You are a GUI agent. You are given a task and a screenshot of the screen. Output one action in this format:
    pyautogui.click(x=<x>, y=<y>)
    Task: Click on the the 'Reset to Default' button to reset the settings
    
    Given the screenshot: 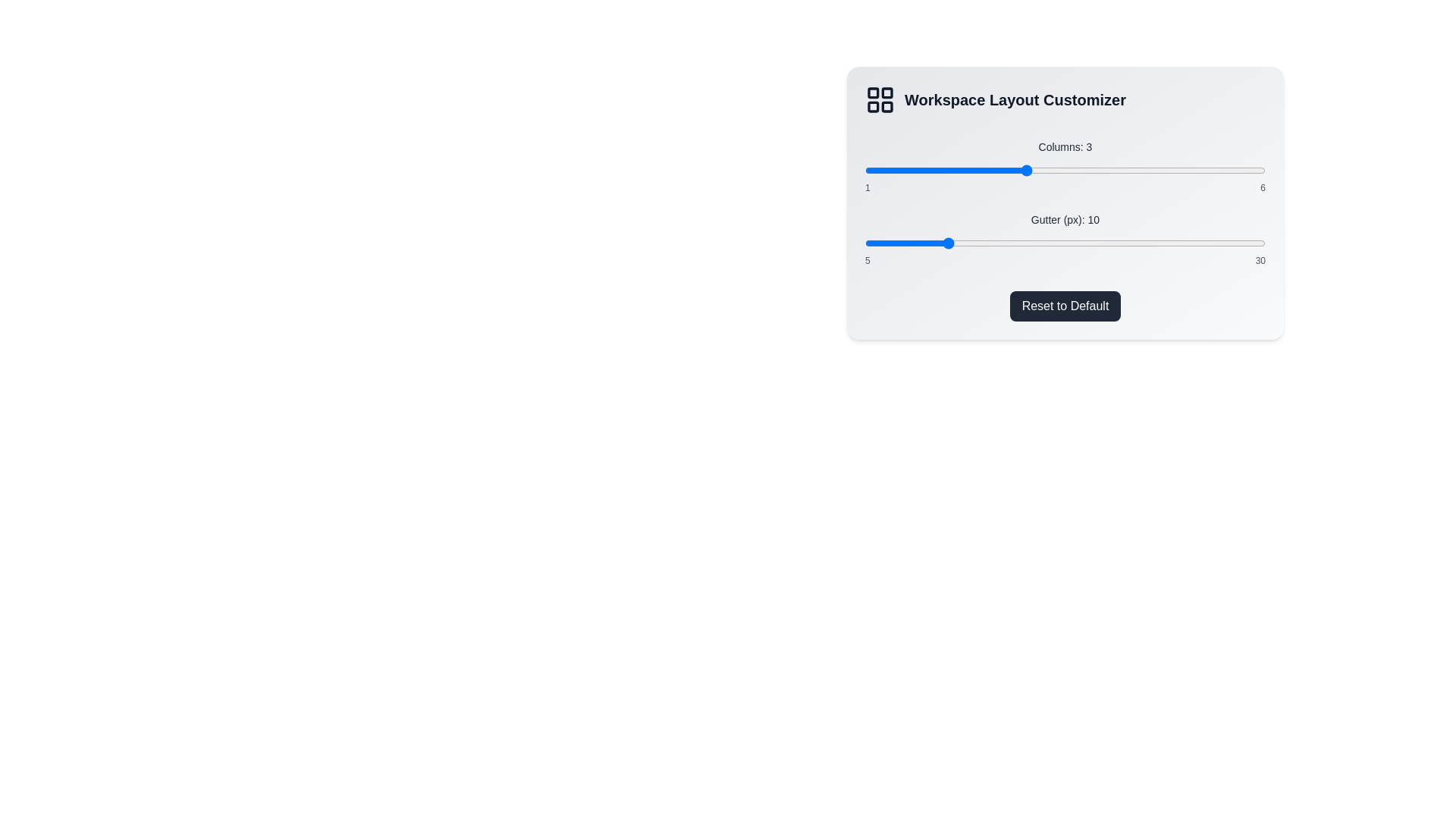 What is the action you would take?
    pyautogui.click(x=1065, y=306)
    